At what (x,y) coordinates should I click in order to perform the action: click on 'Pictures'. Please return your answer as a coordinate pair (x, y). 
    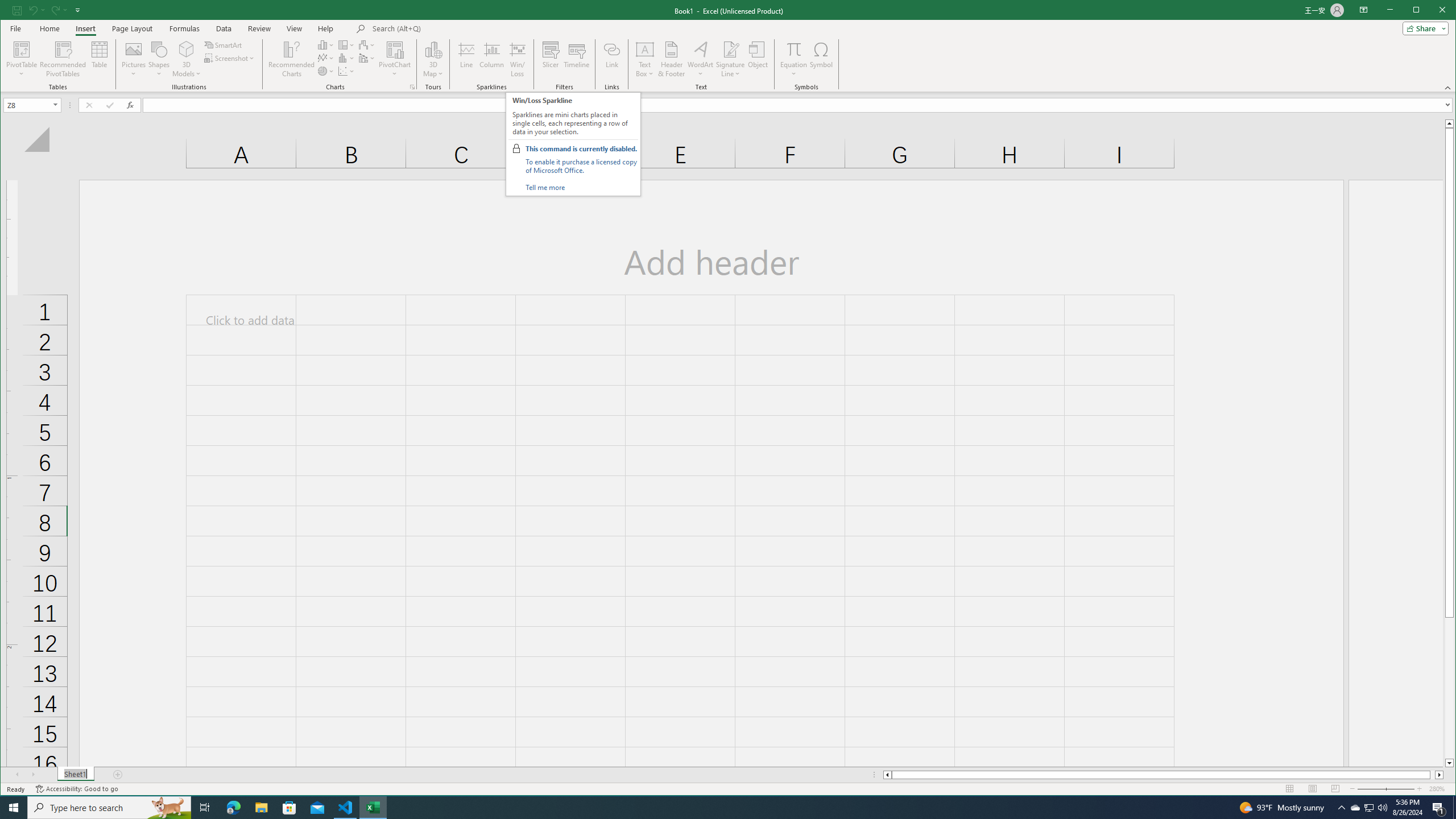
    Looking at the image, I should click on (134, 59).